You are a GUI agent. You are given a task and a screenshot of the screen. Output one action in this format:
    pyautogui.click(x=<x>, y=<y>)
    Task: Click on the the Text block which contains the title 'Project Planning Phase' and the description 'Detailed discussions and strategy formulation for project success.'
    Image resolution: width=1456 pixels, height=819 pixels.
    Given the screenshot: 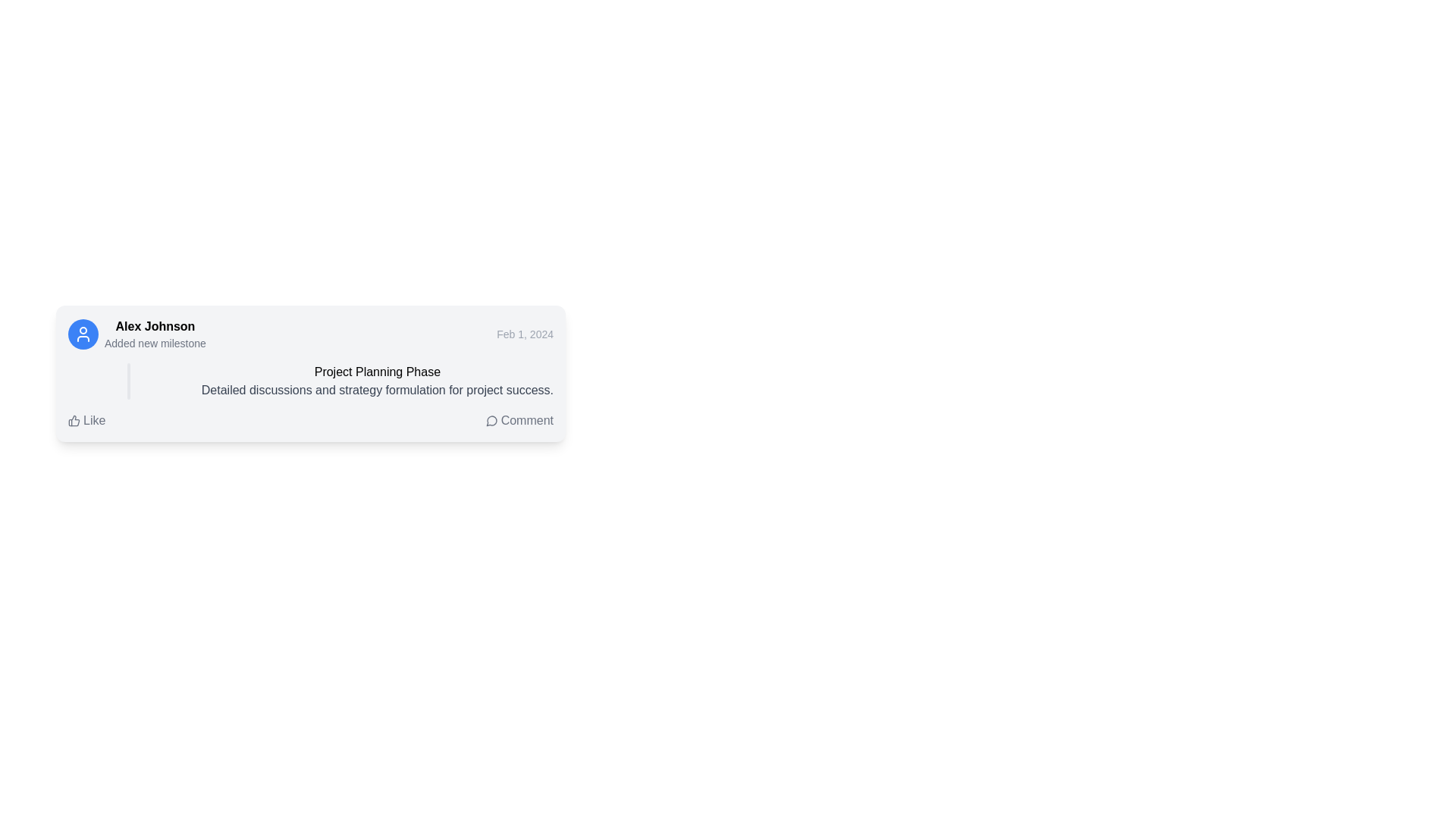 What is the action you would take?
    pyautogui.click(x=309, y=380)
    